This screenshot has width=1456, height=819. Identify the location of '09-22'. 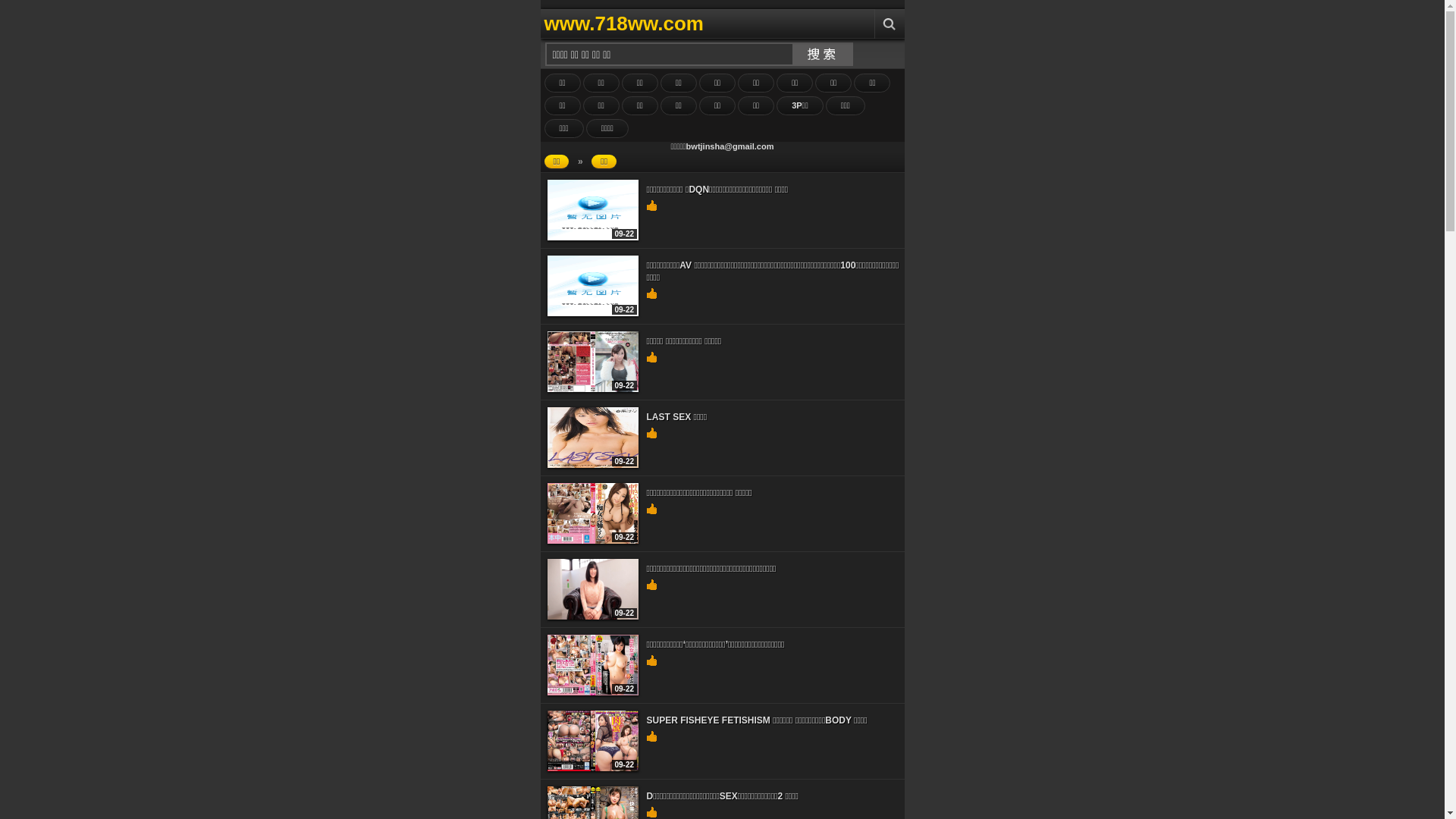
(592, 768).